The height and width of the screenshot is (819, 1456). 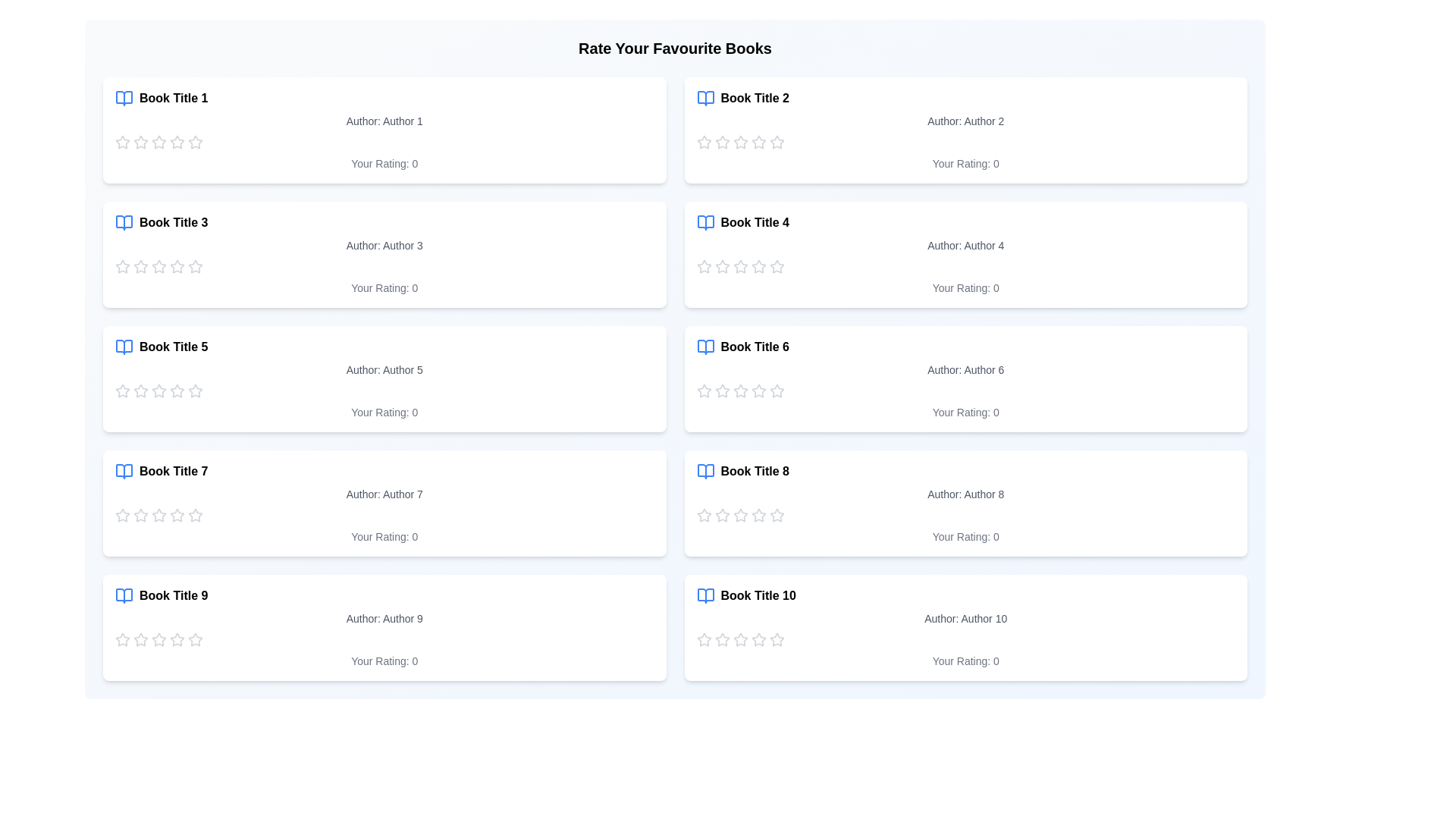 I want to click on the star icon to set the rating for a book to 2, so click(x=141, y=143).